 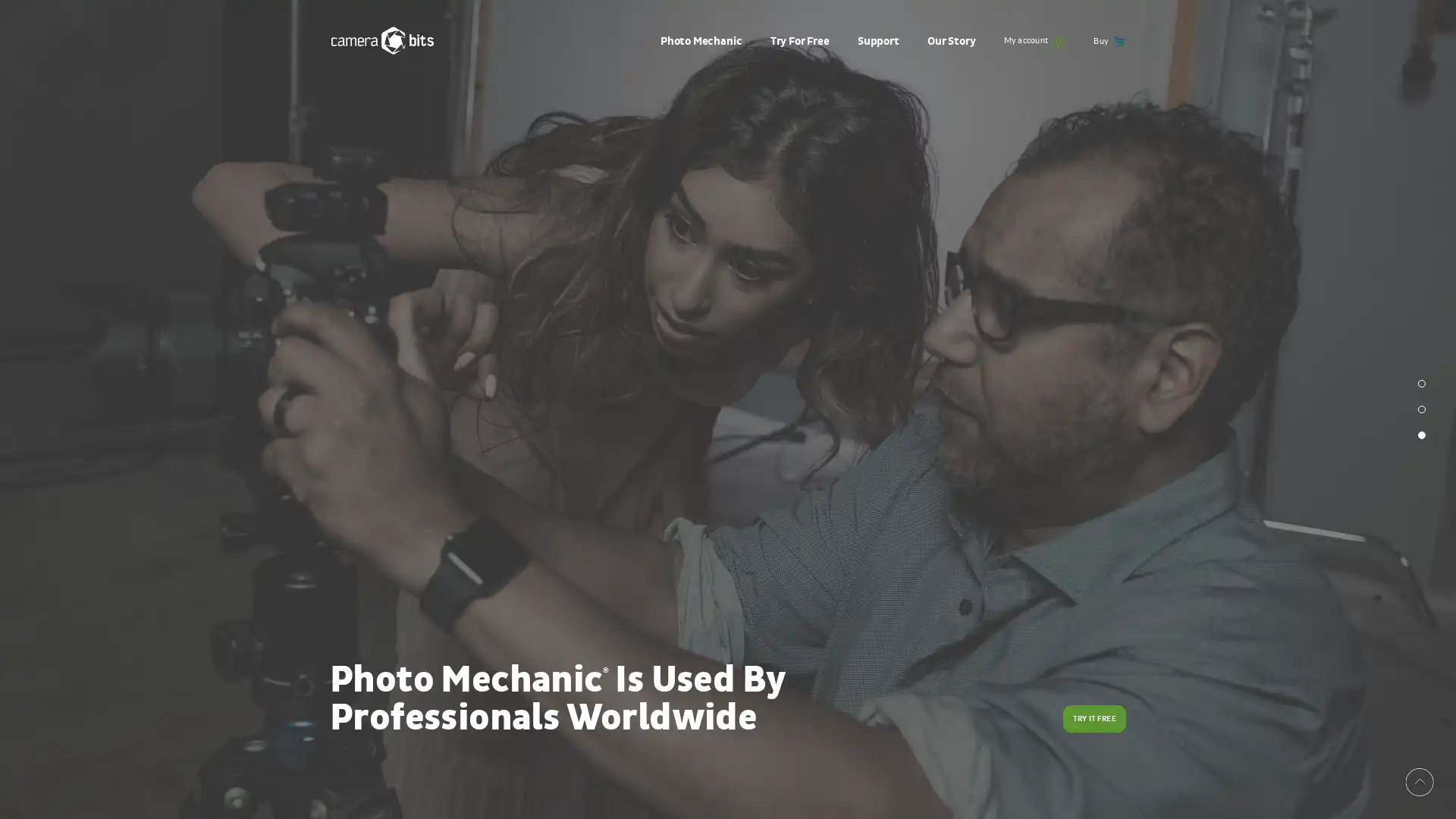 What do you see at coordinates (1421, 409) in the screenshot?
I see `2` at bounding box center [1421, 409].